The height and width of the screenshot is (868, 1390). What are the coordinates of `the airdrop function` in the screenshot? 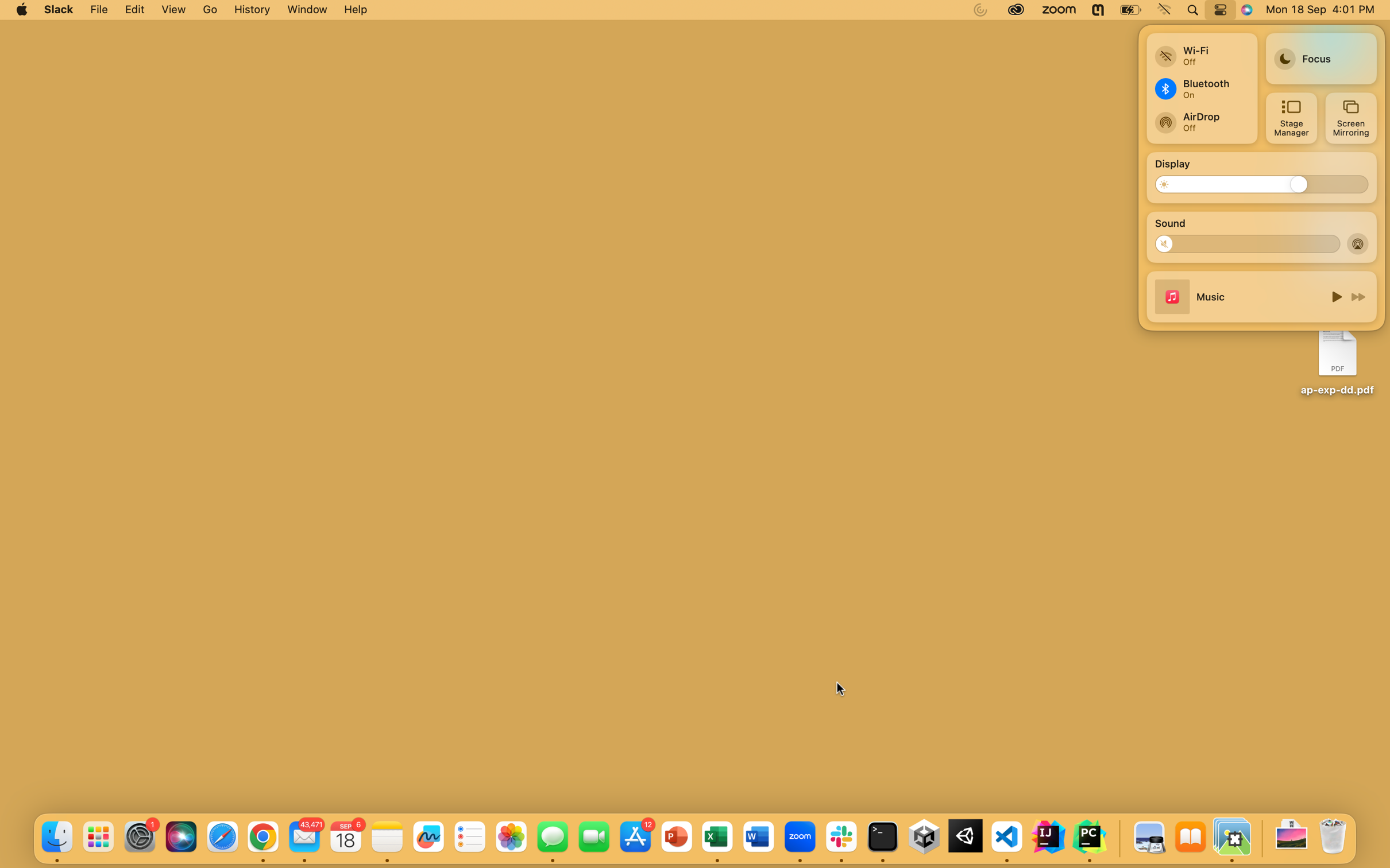 It's located at (1358, 243).